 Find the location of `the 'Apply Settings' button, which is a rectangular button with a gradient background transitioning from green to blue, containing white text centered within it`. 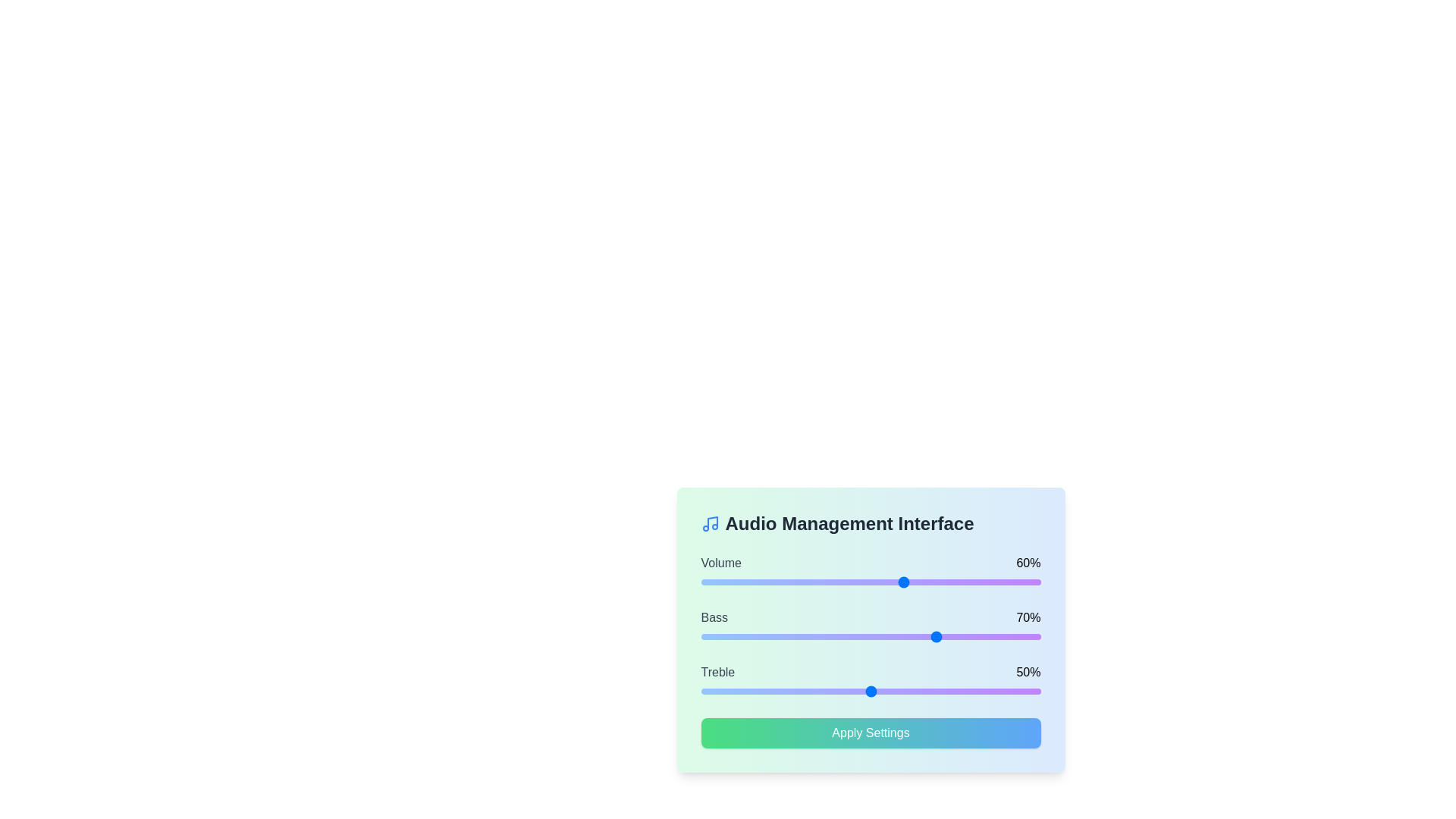

the 'Apply Settings' button, which is a rectangular button with a gradient background transitioning from green to blue, containing white text centered within it is located at coordinates (871, 733).